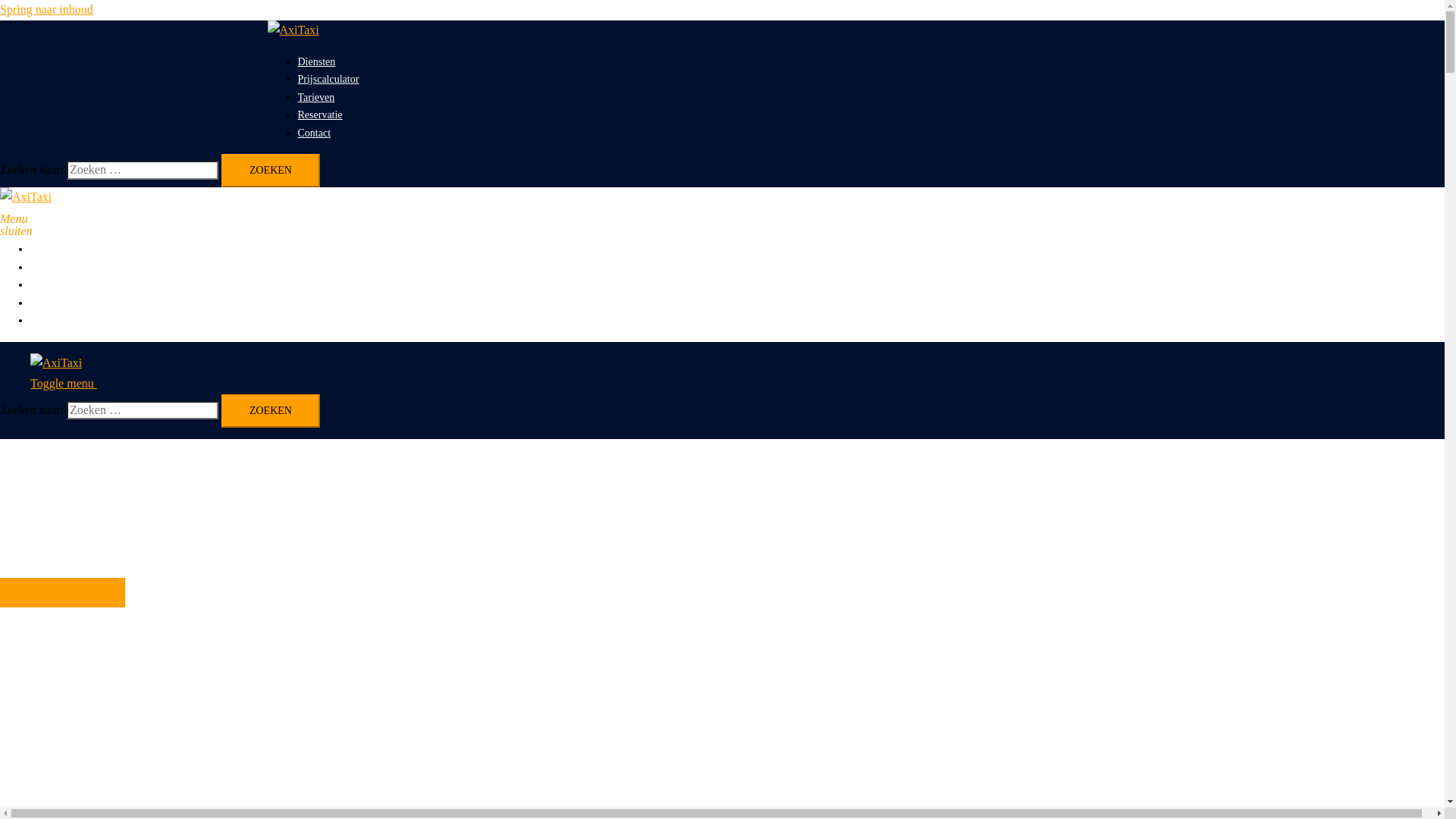 This screenshot has width=1456, height=819. Describe the element at coordinates (55, 362) in the screenshot. I see `'AxiTaxi'` at that location.